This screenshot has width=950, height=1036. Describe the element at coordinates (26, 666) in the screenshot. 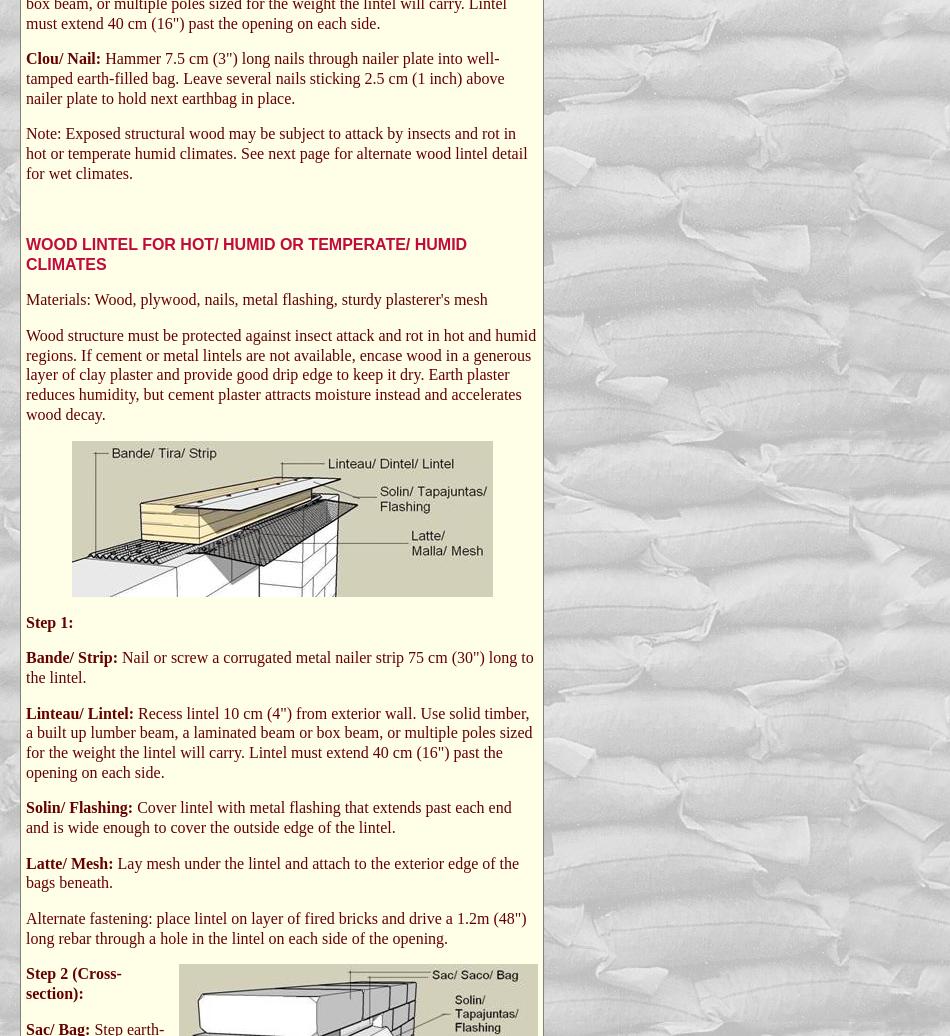

I see `'Nail or screw a corrugated metal nailer strip 75 cm (30") long to the lintel.'` at that location.